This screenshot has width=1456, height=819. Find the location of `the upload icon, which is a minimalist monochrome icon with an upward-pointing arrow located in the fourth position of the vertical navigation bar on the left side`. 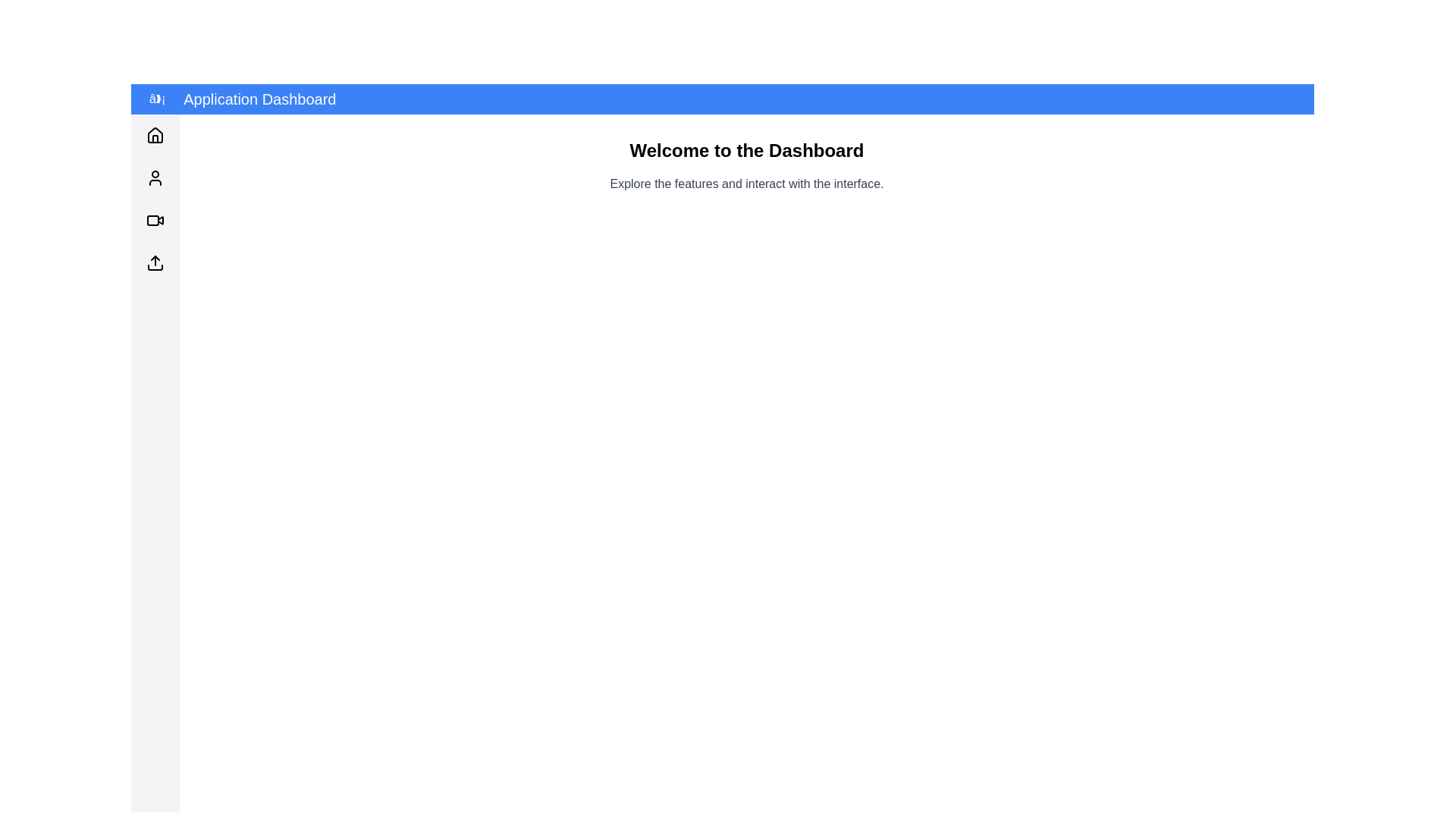

the upload icon, which is a minimalist monochrome icon with an upward-pointing arrow located in the fourth position of the vertical navigation bar on the left side is located at coordinates (155, 262).